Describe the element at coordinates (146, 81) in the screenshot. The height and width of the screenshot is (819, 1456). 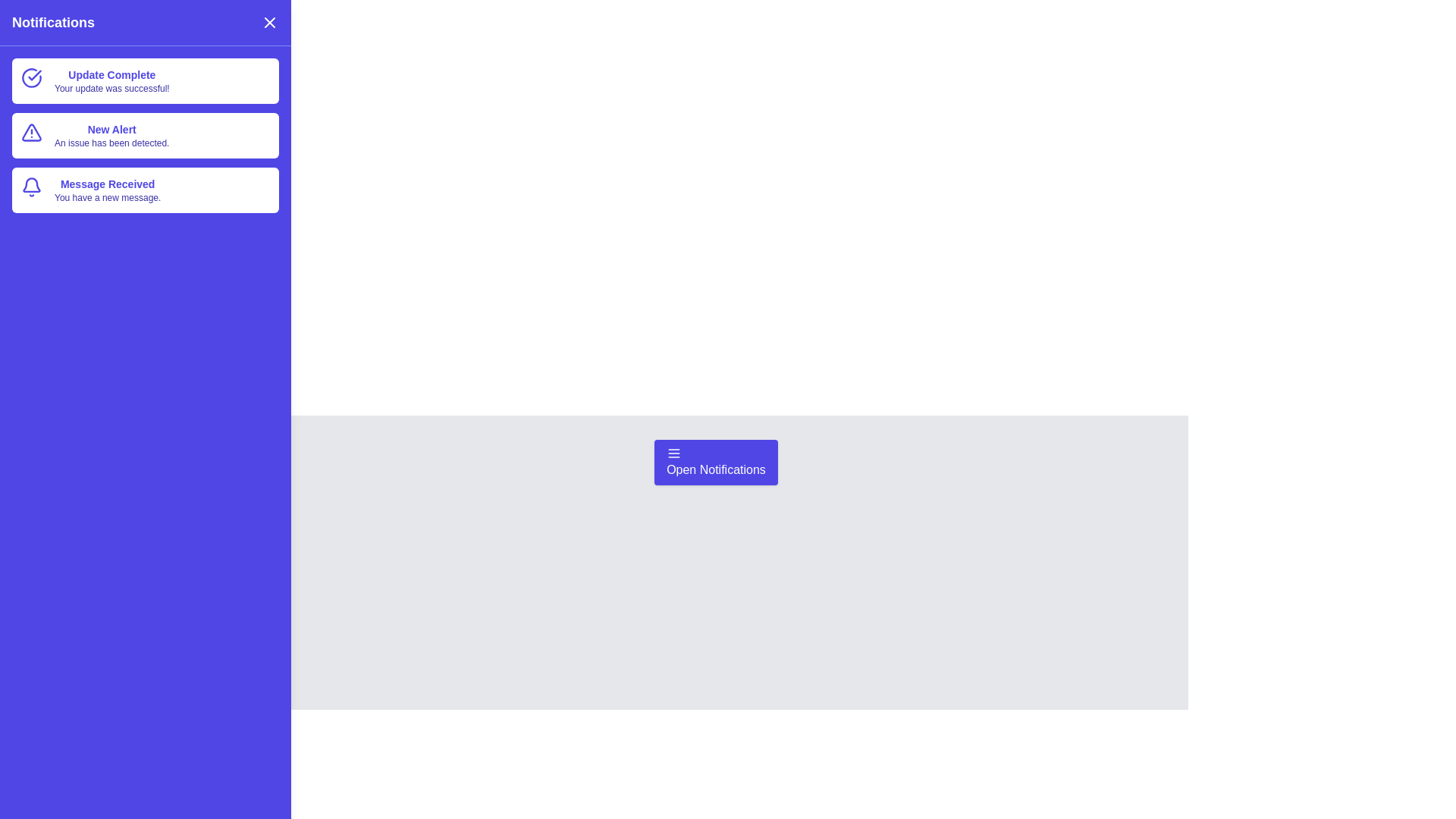
I see `the button corresponding to Update Complete` at that location.